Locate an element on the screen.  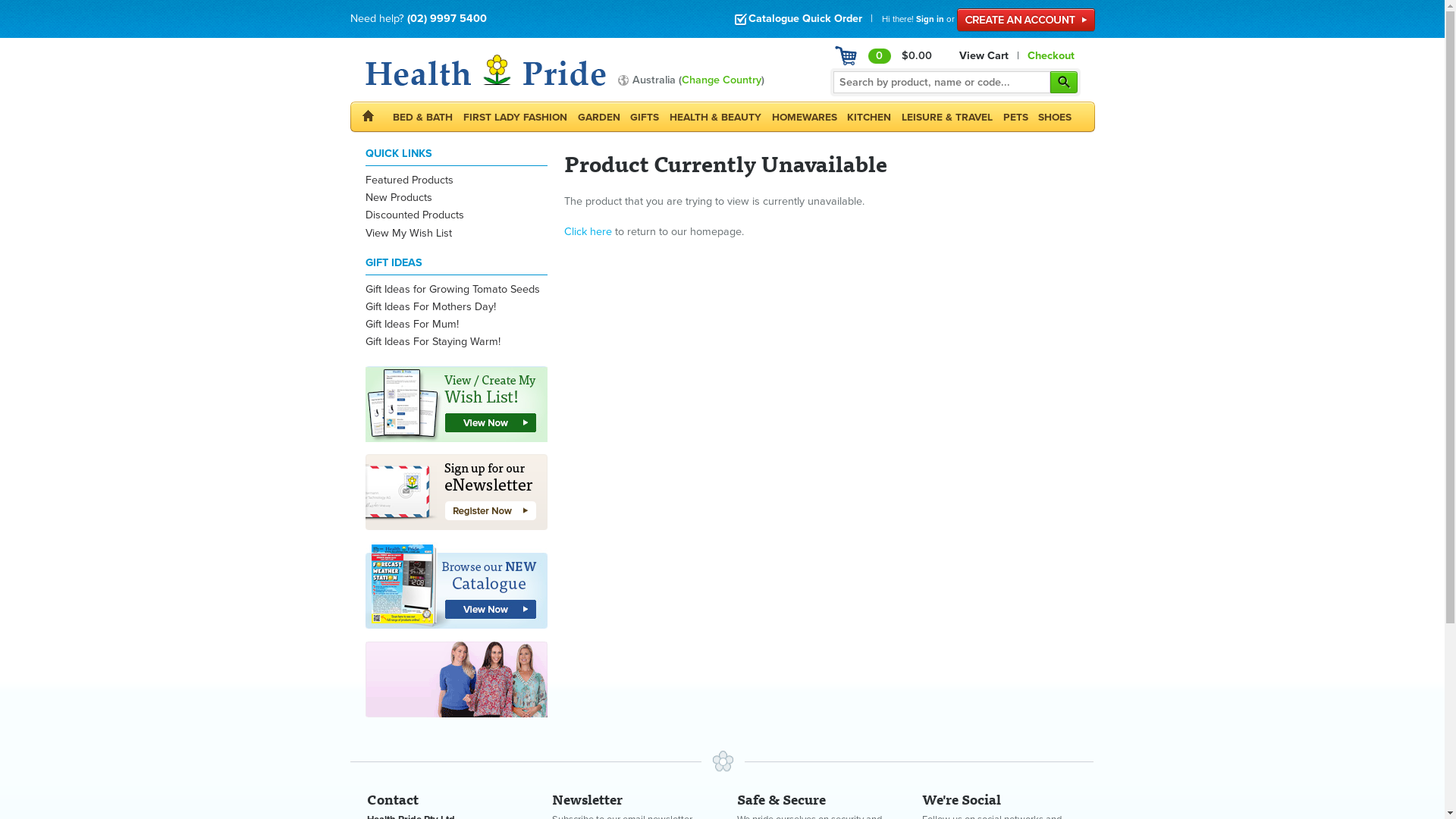
'SHOES' is located at coordinates (1054, 116).